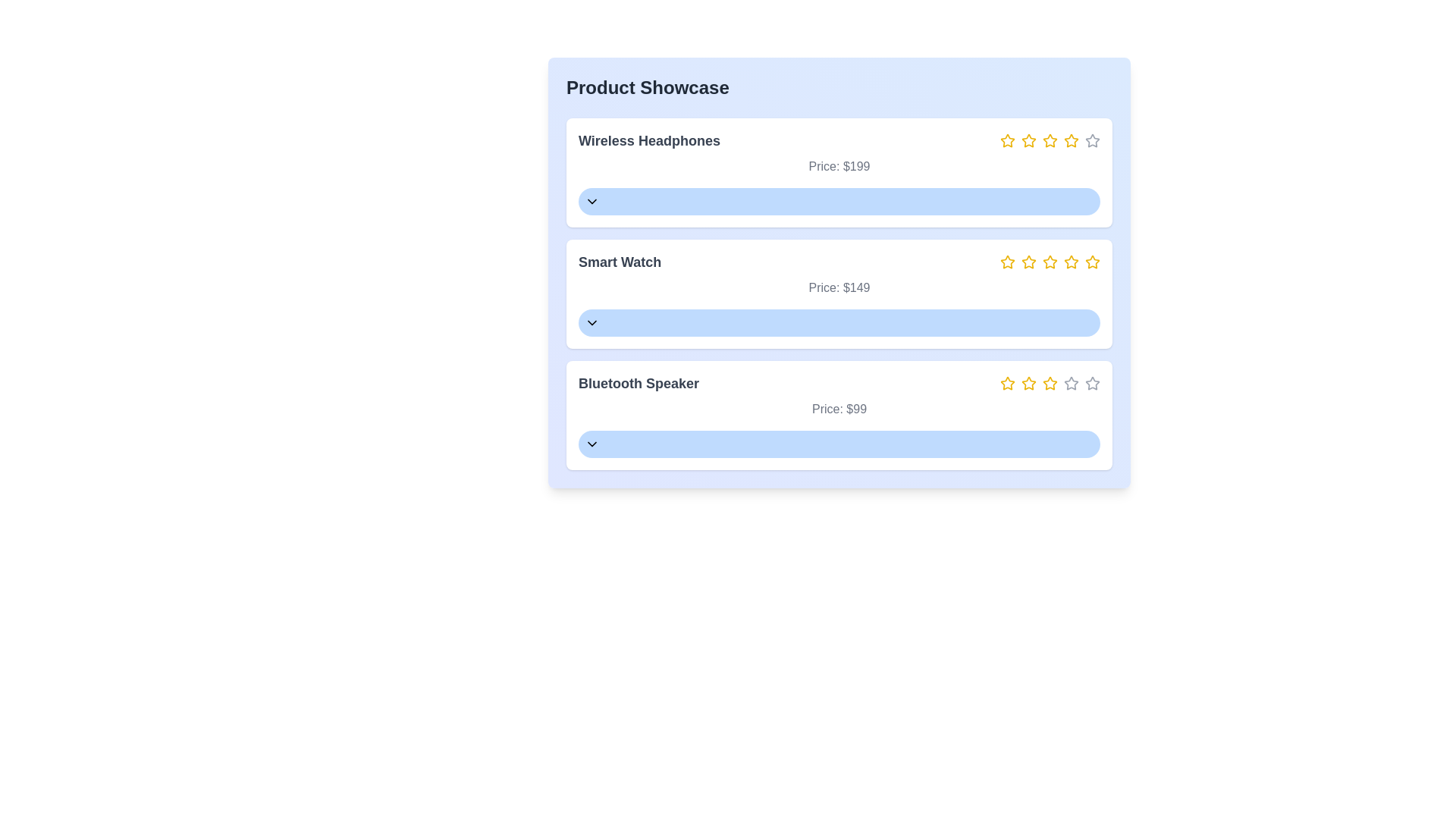 The width and height of the screenshot is (1456, 819). I want to click on the fifth rating star icon for the 'Wireless Headphones' product to rate it with five stars, so click(1070, 140).